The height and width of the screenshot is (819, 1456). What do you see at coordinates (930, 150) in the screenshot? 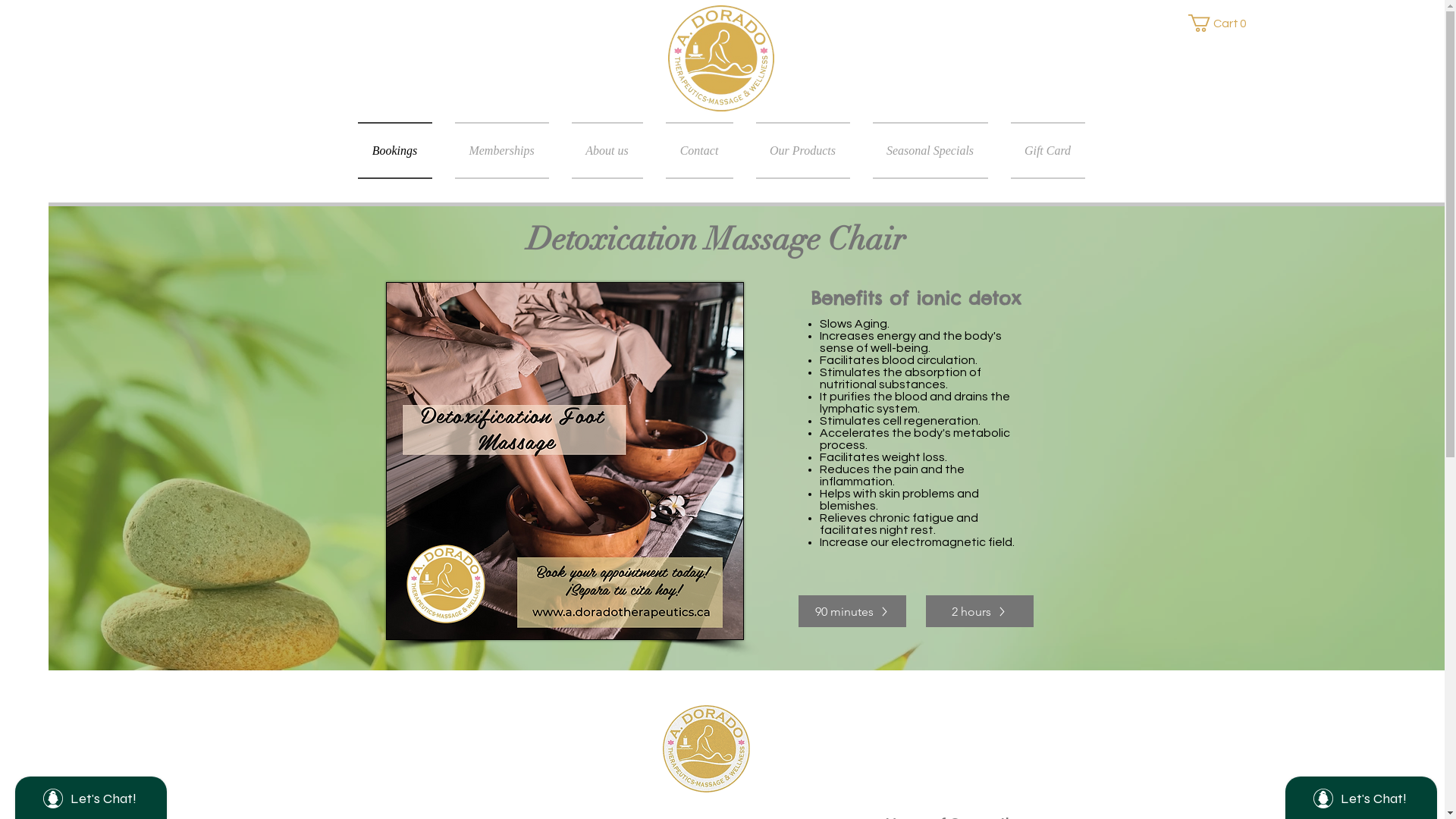
I see `'Seasonal Specials'` at bounding box center [930, 150].